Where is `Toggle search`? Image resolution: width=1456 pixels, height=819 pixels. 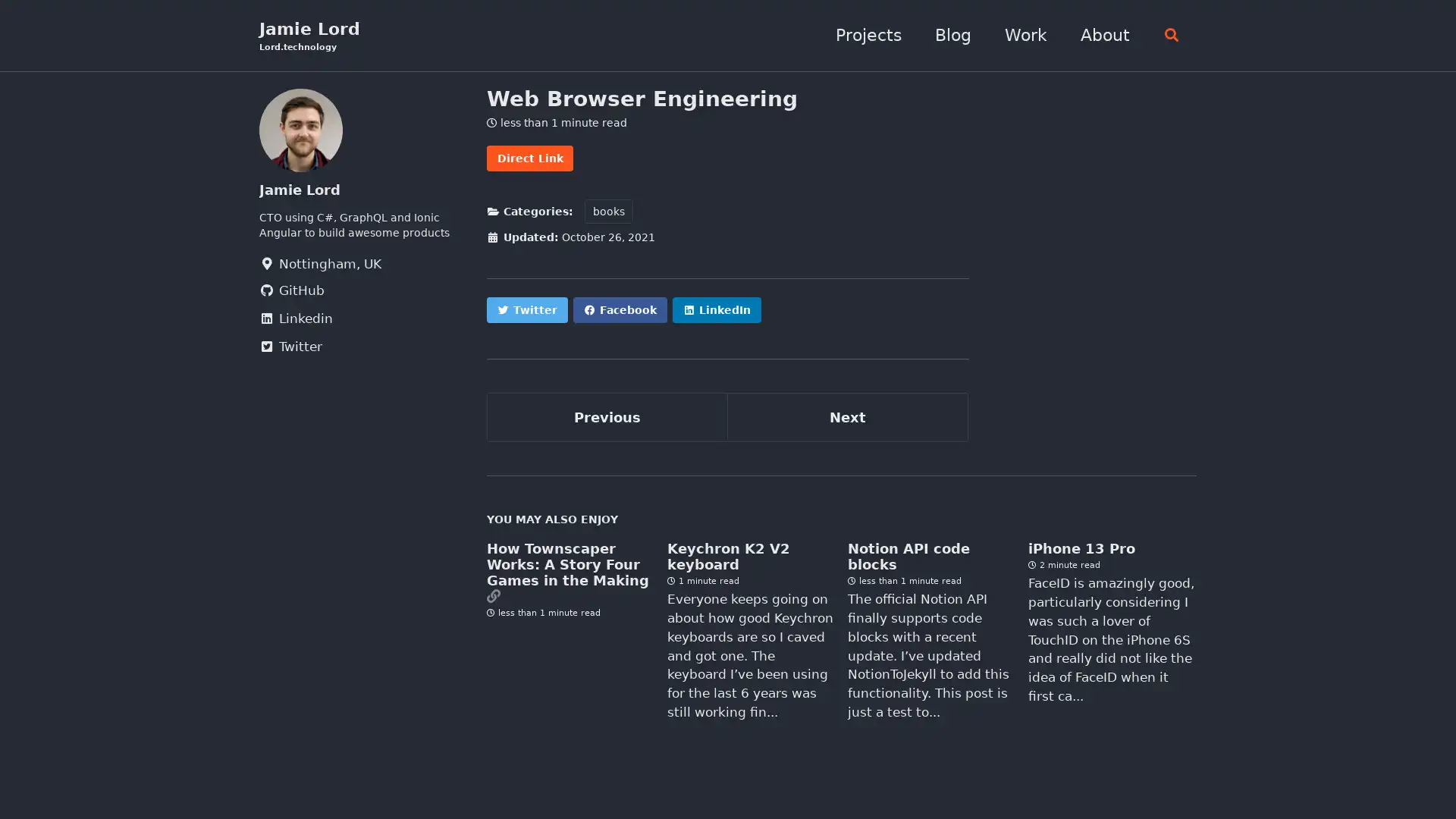 Toggle search is located at coordinates (1166, 35).